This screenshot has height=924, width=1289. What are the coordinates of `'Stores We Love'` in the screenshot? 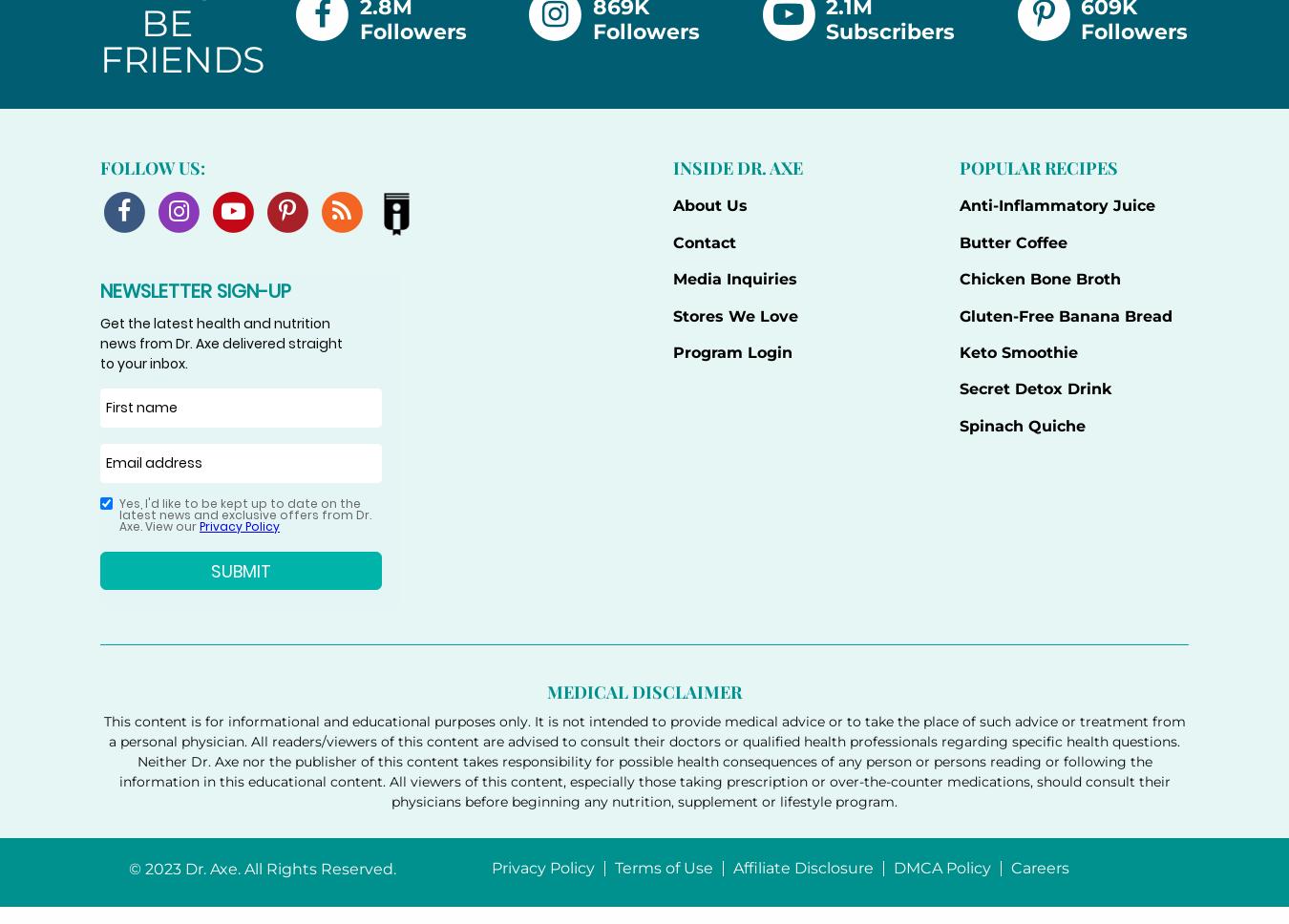 It's located at (671, 315).